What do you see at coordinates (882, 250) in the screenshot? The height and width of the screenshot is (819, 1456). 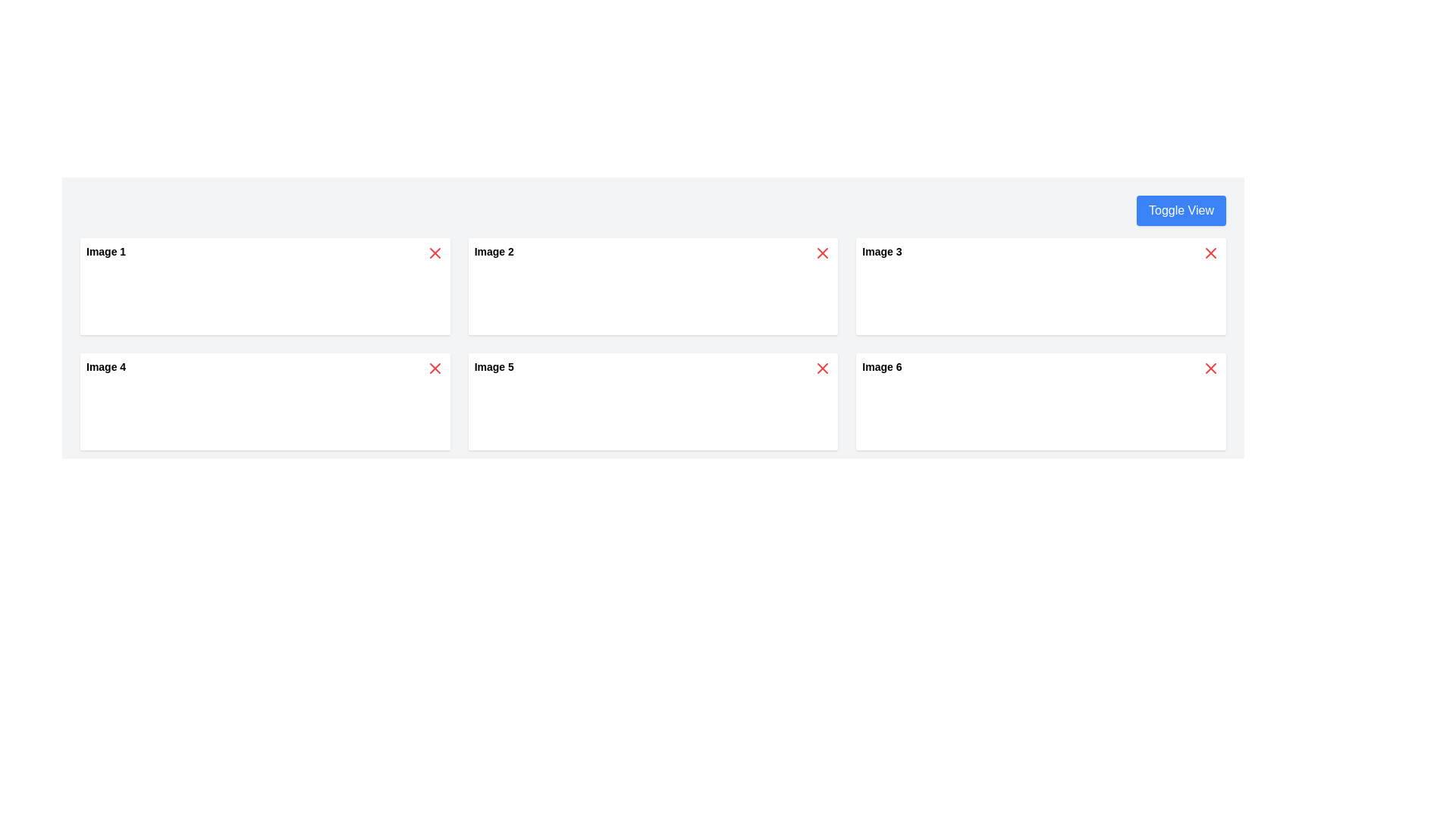 I see `the label displaying 'Image 3' located at the top-left corner of the white card with rounded corners` at bounding box center [882, 250].